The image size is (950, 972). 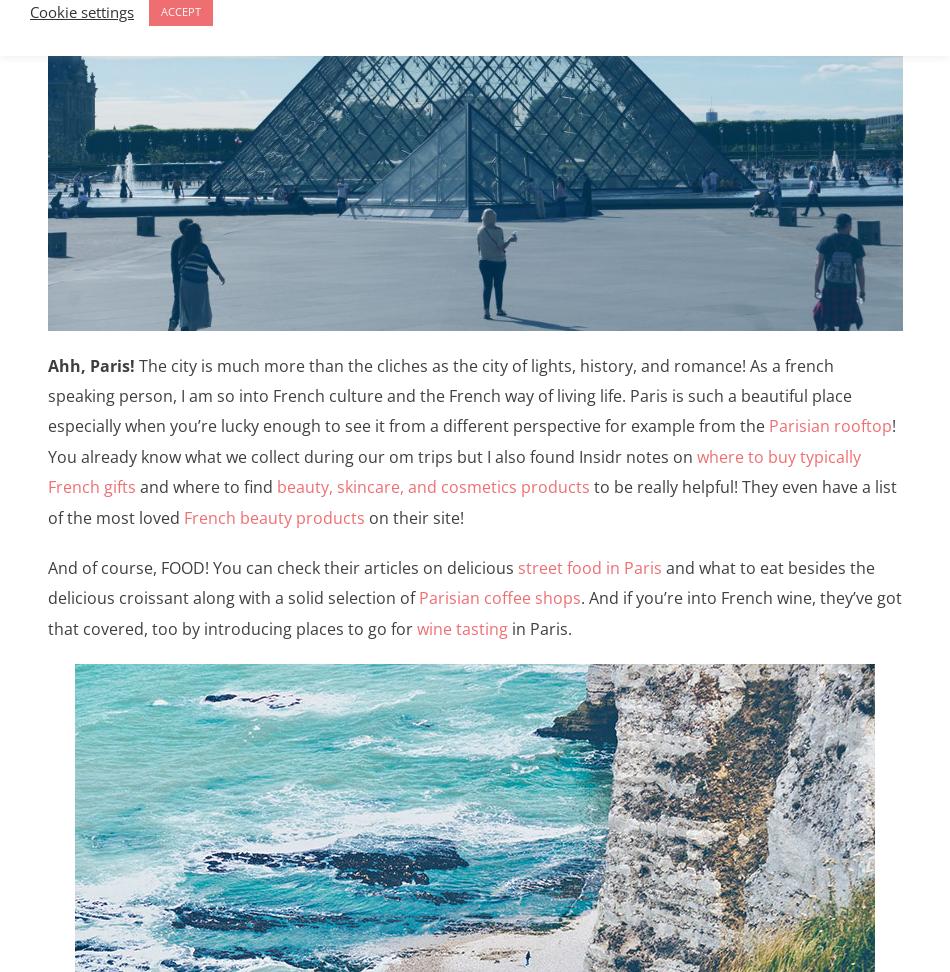 I want to click on 'Parisian coffee shops', so click(x=499, y=596).